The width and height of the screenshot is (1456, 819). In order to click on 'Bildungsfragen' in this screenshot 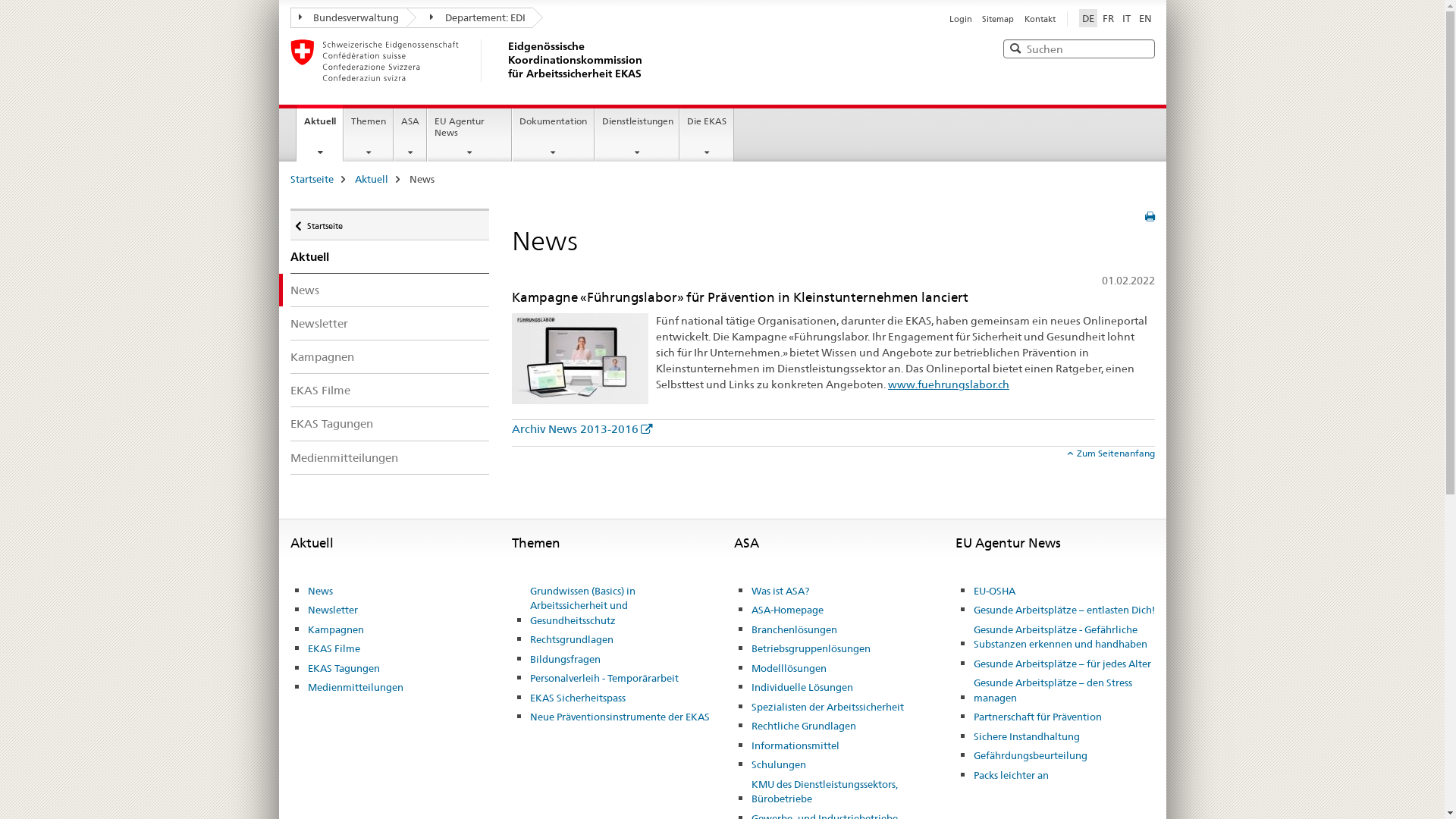, I will do `click(563, 659)`.